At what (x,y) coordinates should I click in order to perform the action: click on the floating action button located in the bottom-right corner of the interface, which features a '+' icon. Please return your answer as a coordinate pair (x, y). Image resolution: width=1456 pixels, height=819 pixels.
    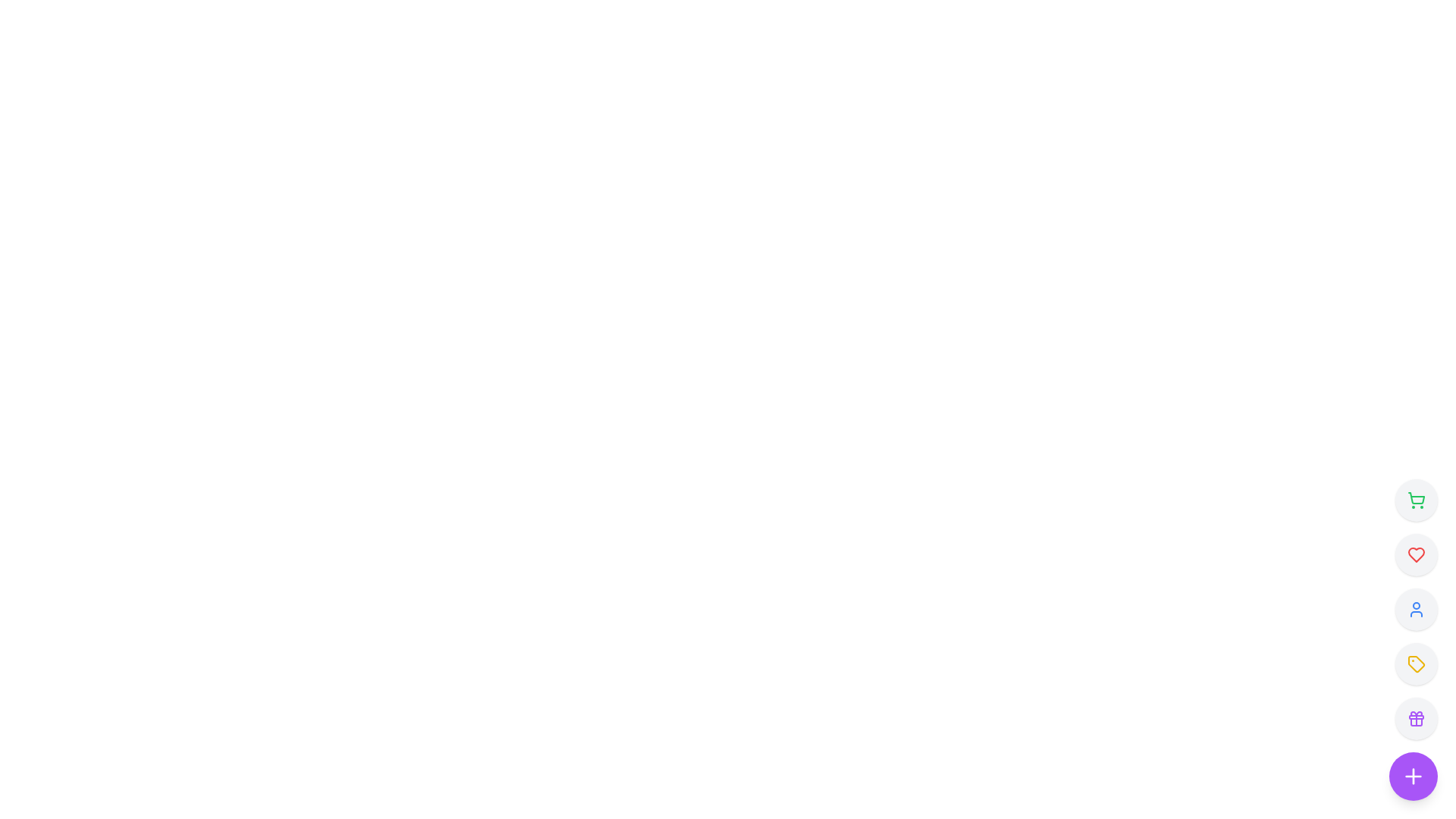
    Looking at the image, I should click on (1412, 776).